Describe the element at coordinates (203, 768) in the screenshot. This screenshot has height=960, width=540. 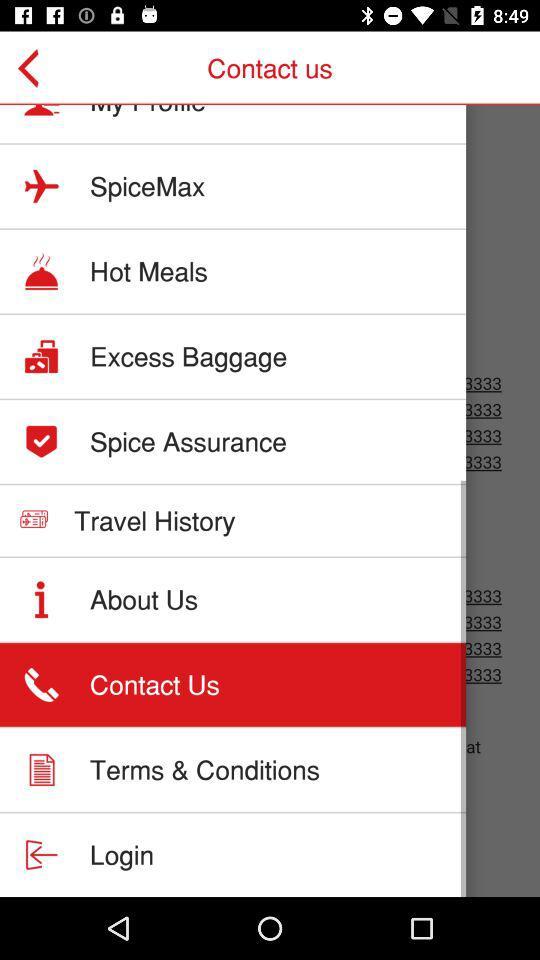
I see `item below contact us` at that location.